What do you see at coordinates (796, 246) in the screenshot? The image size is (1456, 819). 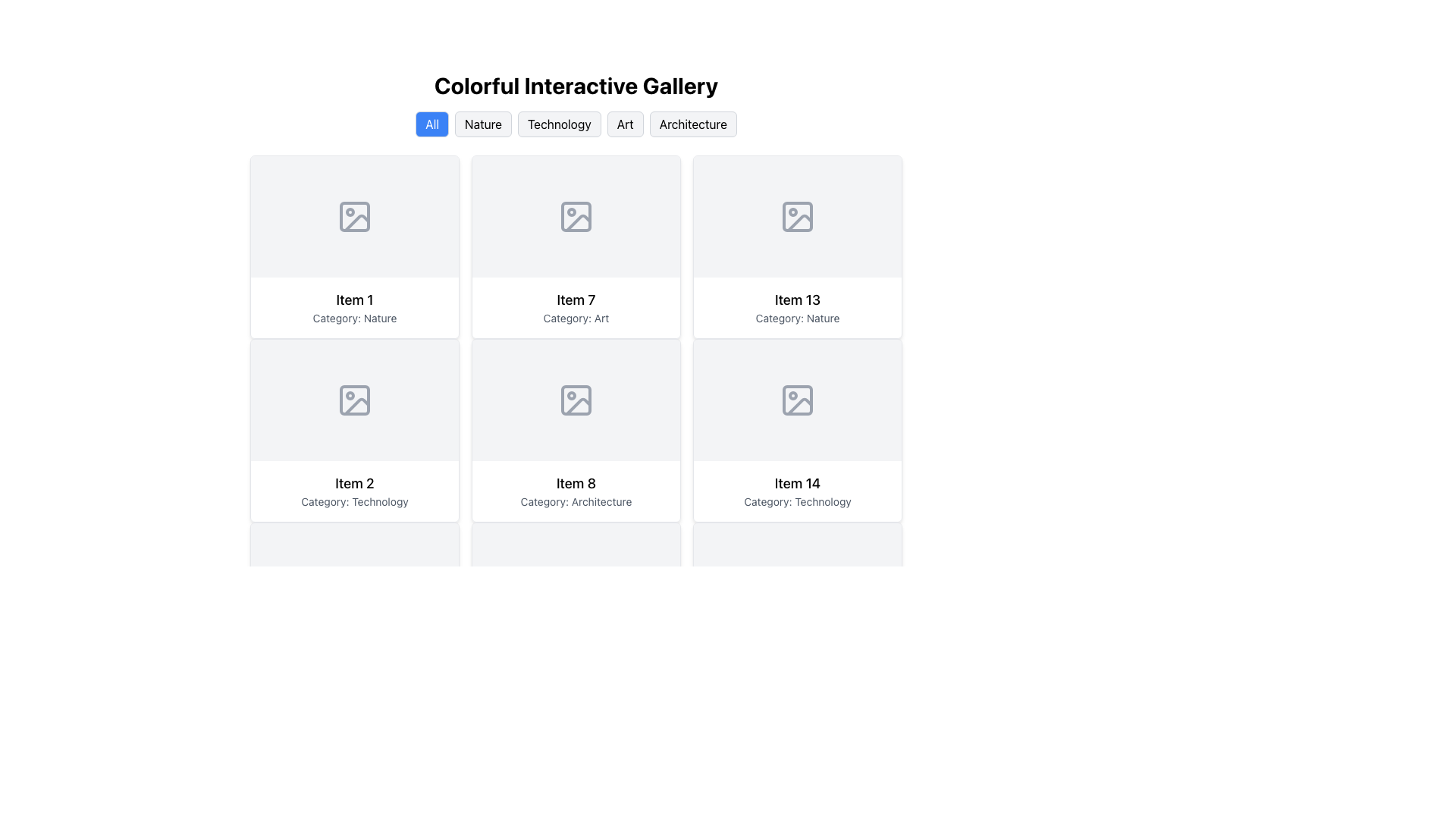 I see `the interactive overlay that appears on the panel labeled 'Item 13, Category: Nature' to trigger its visibility` at bounding box center [796, 246].